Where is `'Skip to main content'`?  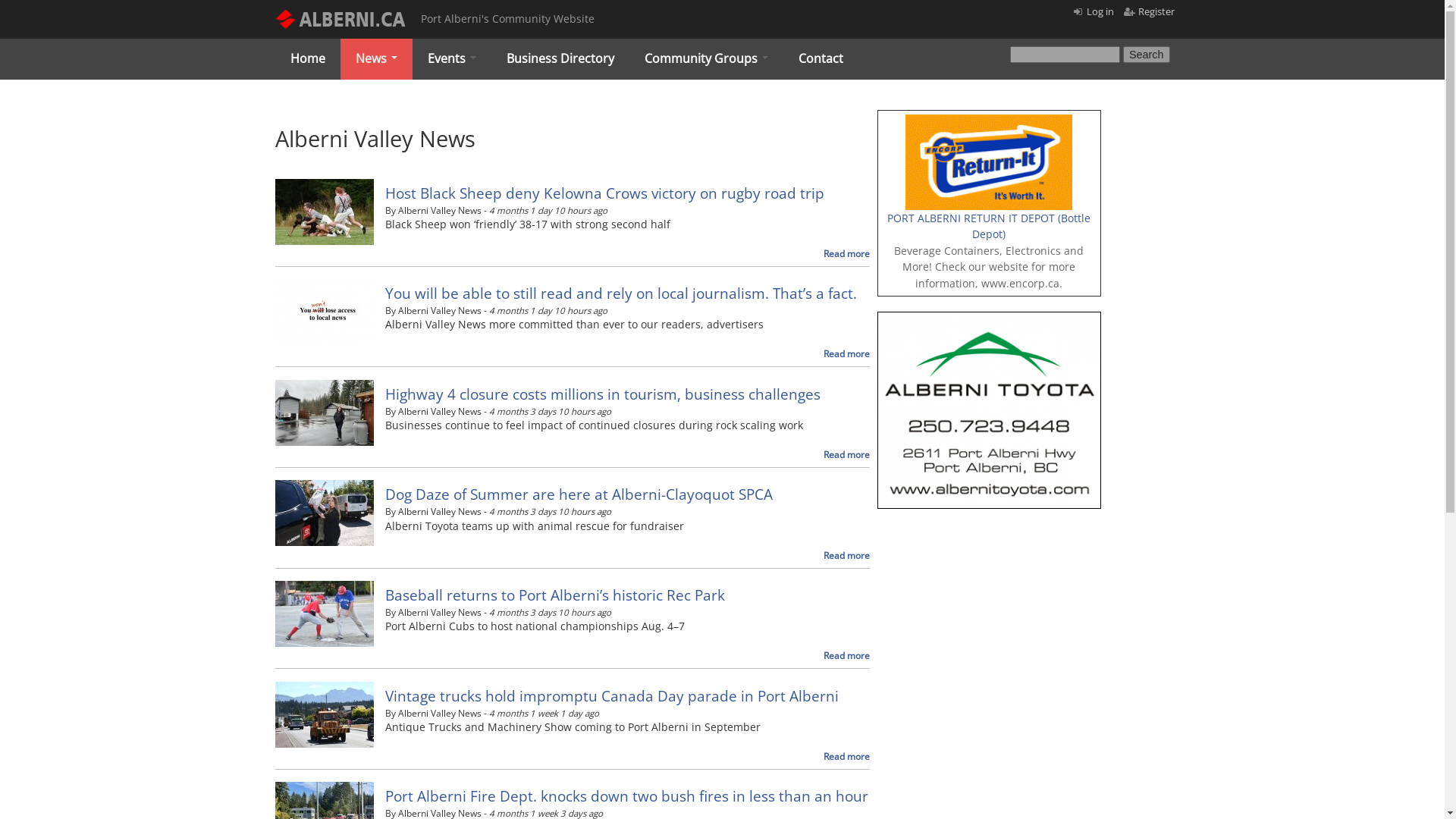
'Skip to main content' is located at coordinates (657, 0).